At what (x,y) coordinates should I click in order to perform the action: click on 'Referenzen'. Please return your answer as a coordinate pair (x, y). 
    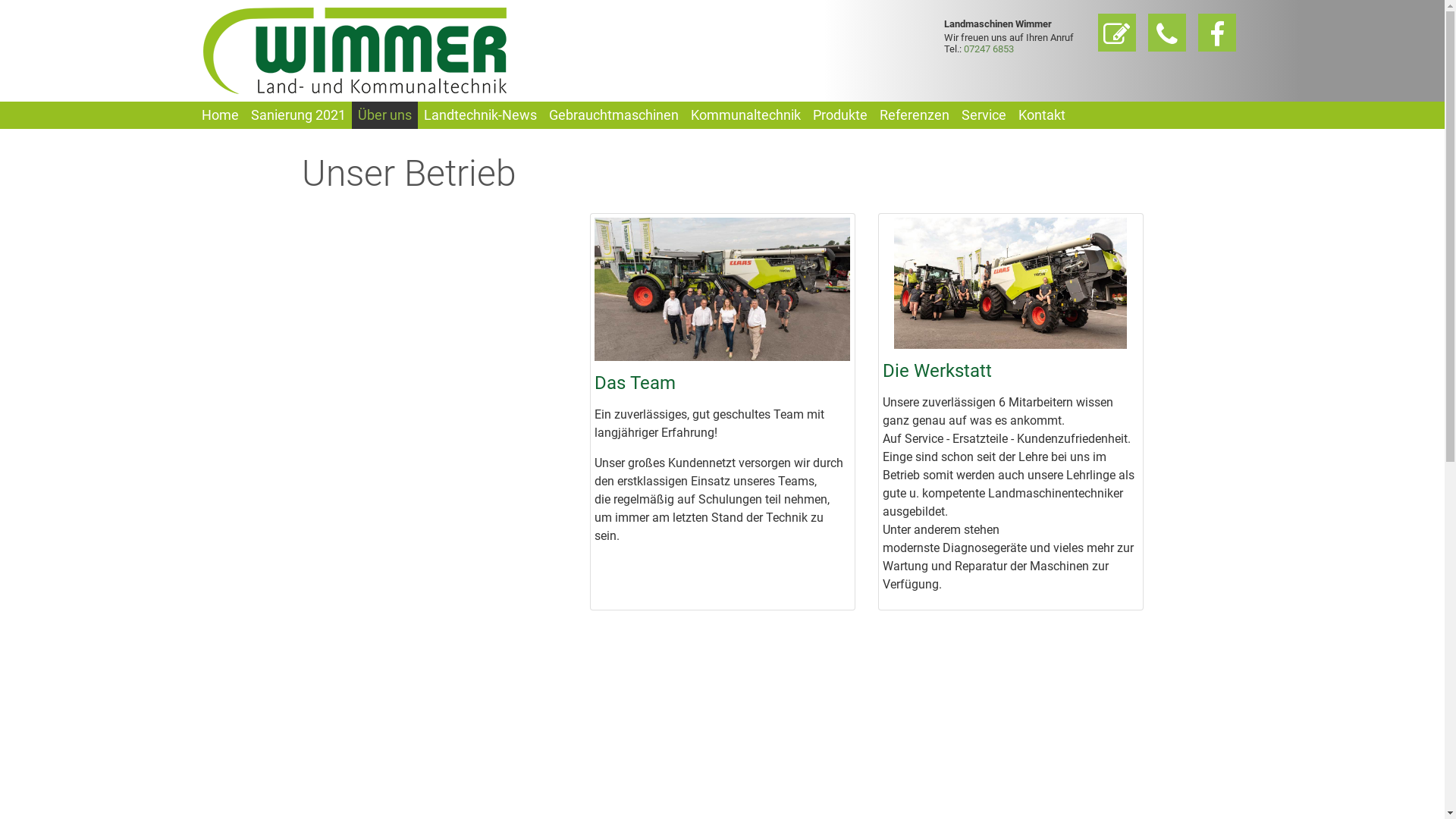
    Looking at the image, I should click on (913, 114).